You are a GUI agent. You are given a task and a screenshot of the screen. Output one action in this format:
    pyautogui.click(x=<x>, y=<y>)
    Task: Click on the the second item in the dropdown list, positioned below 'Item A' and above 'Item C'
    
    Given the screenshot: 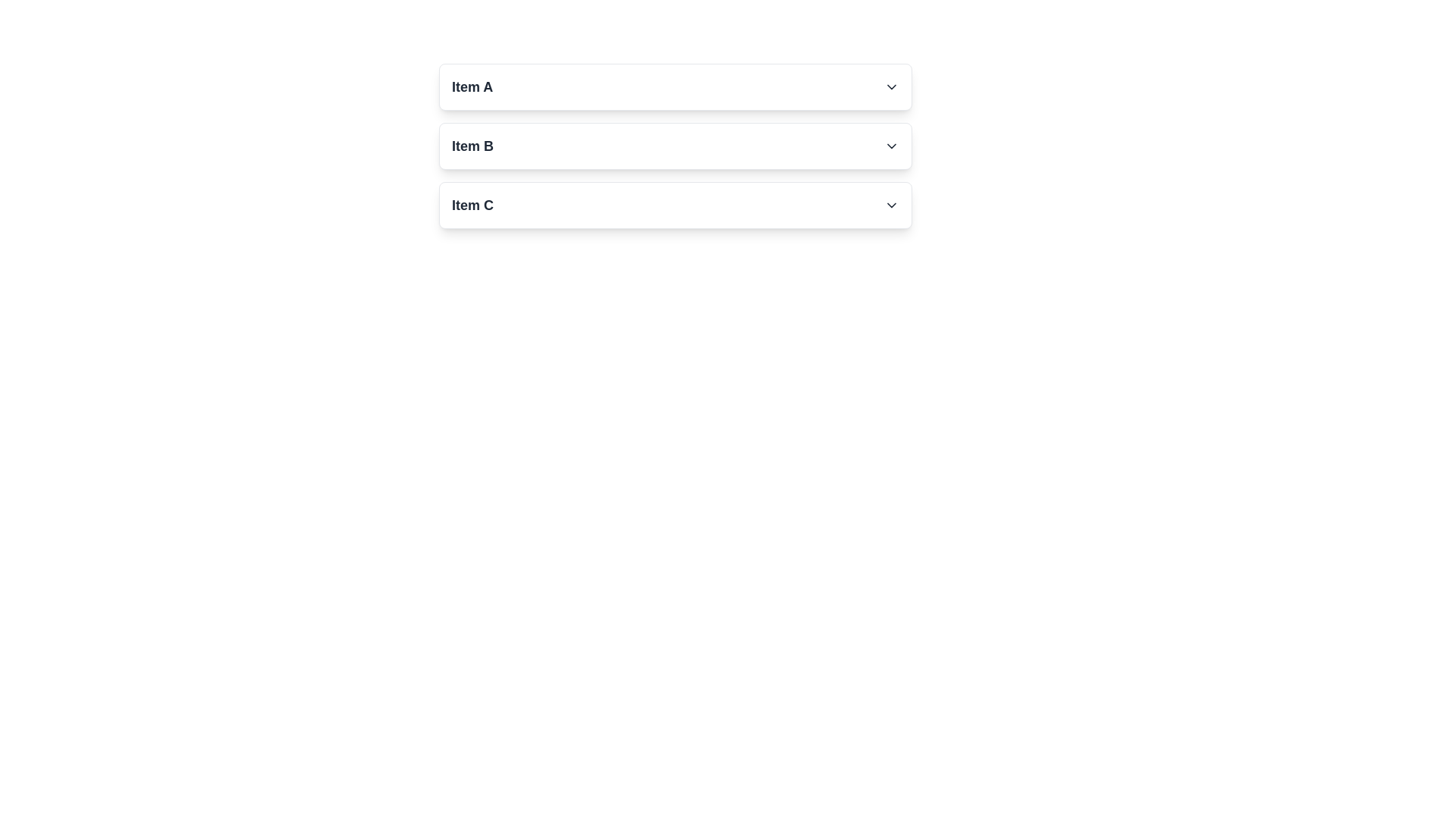 What is the action you would take?
    pyautogui.click(x=675, y=146)
    